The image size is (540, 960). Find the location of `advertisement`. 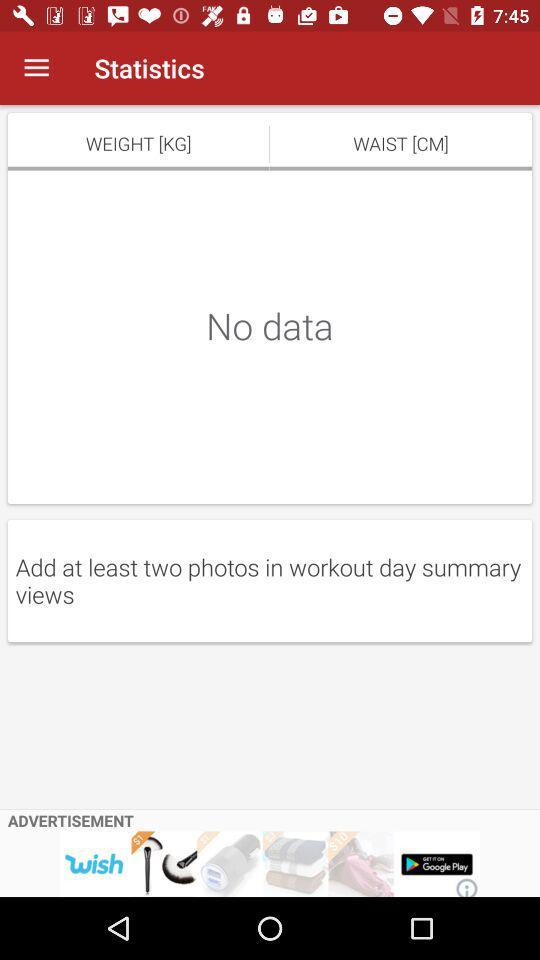

advertisement is located at coordinates (270, 863).